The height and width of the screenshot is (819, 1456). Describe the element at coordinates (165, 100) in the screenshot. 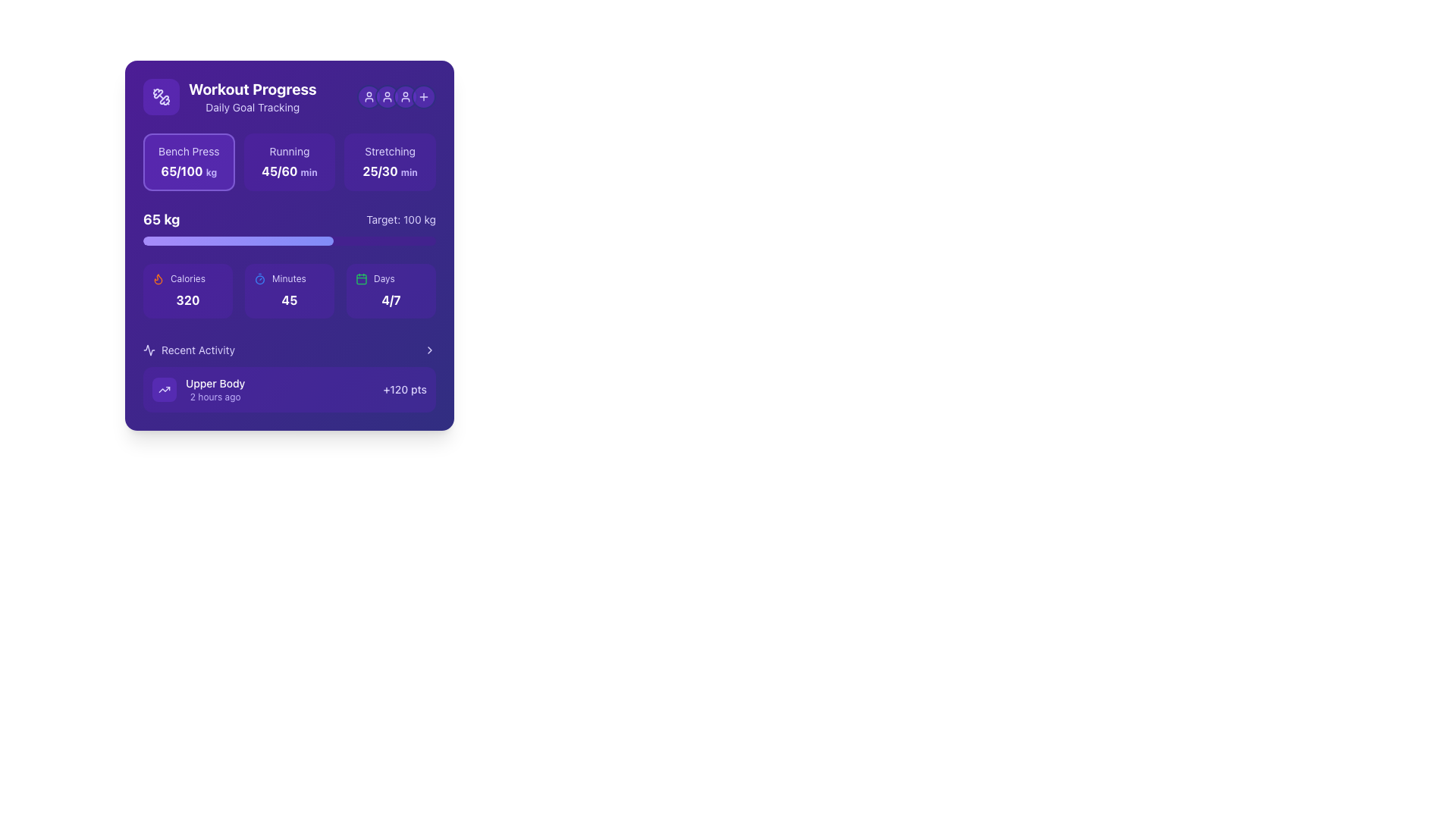

I see `the icon representing weight or dumbbell exercises, located at the top-left corner of the sidebar under 'Workout Progress.'` at that location.